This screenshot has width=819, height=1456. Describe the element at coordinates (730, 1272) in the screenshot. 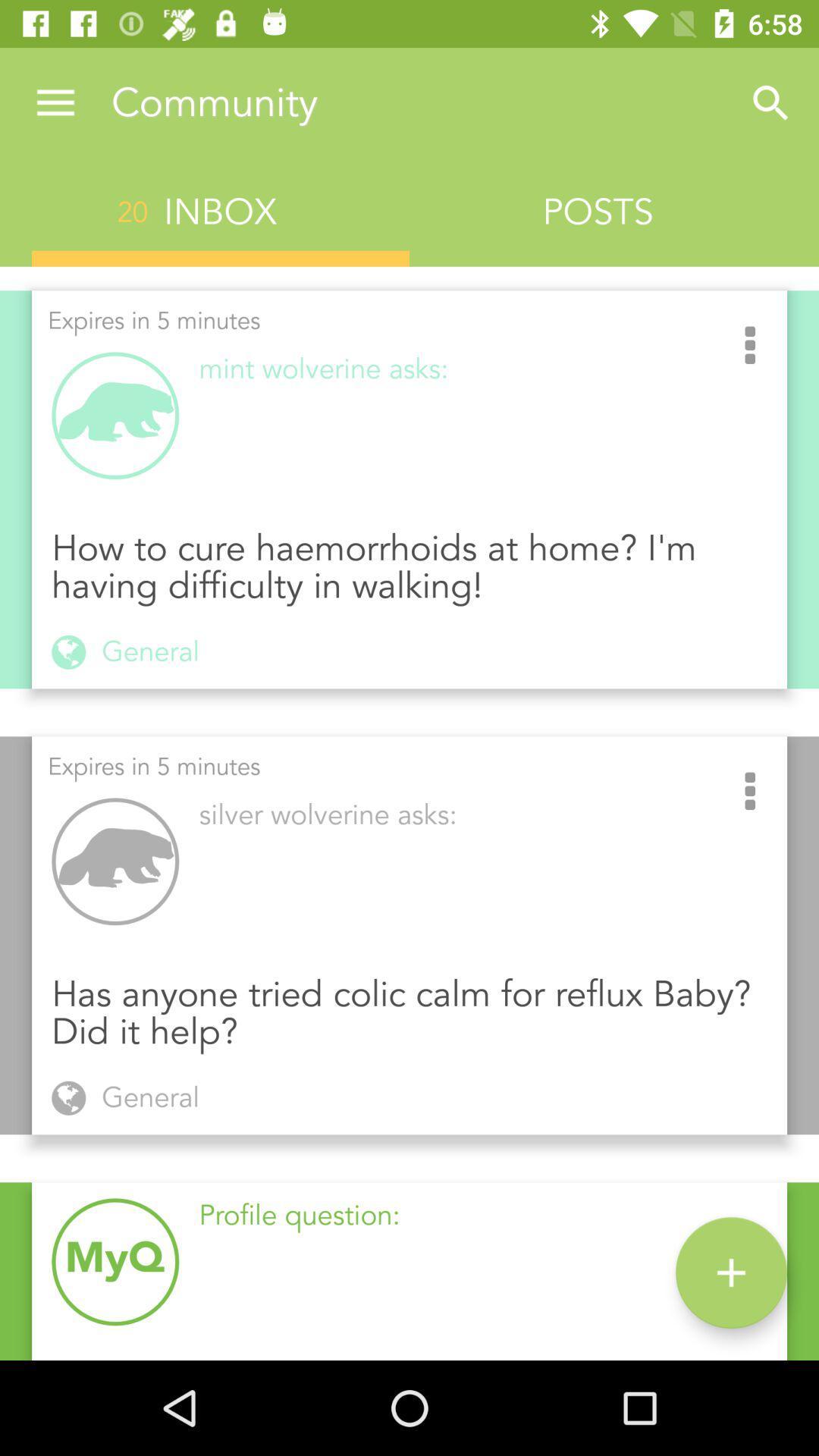

I see `item next to profile question:` at that location.